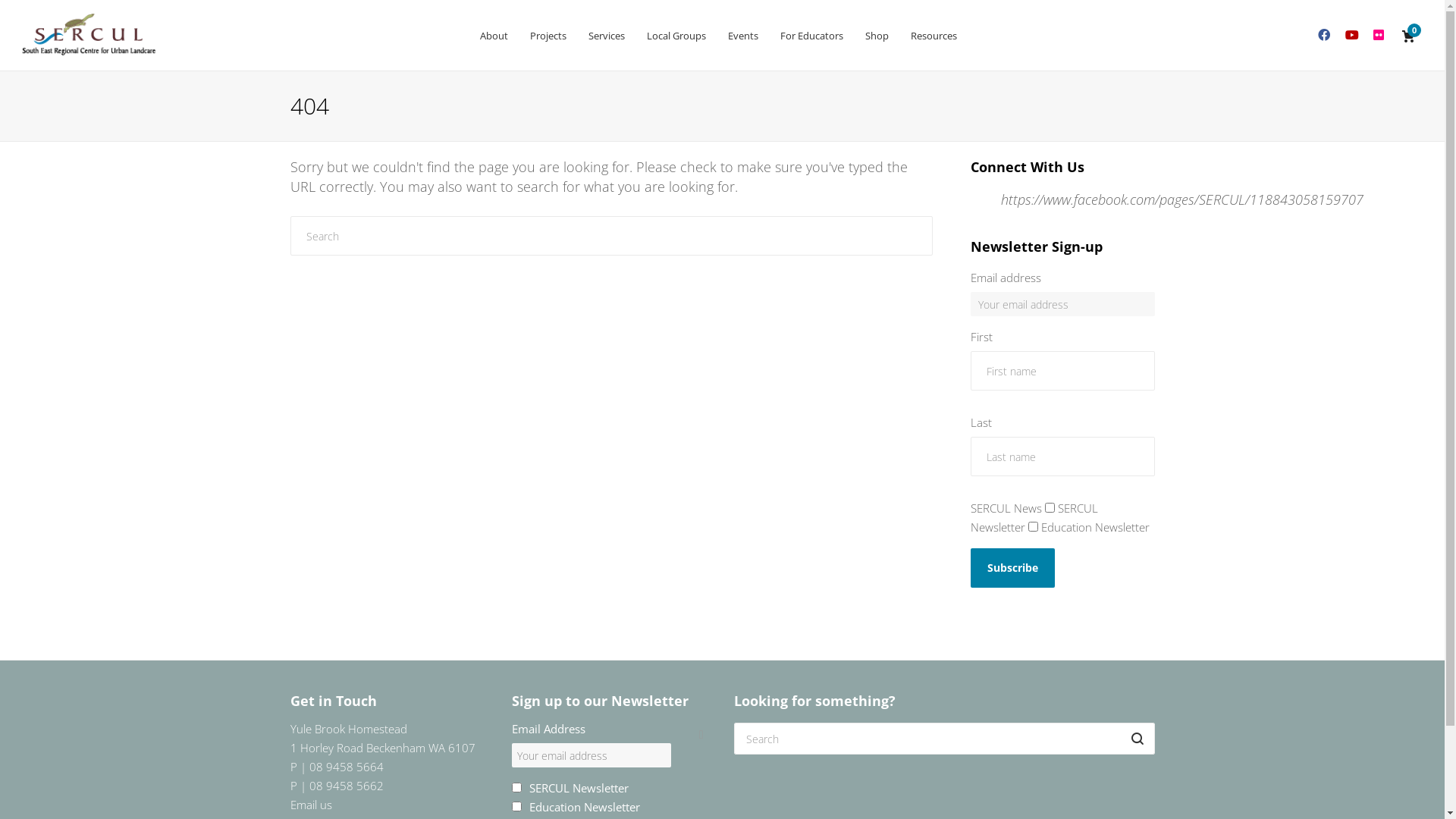 The height and width of the screenshot is (819, 1456). What do you see at coordinates (877, 34) in the screenshot?
I see `'Shop'` at bounding box center [877, 34].